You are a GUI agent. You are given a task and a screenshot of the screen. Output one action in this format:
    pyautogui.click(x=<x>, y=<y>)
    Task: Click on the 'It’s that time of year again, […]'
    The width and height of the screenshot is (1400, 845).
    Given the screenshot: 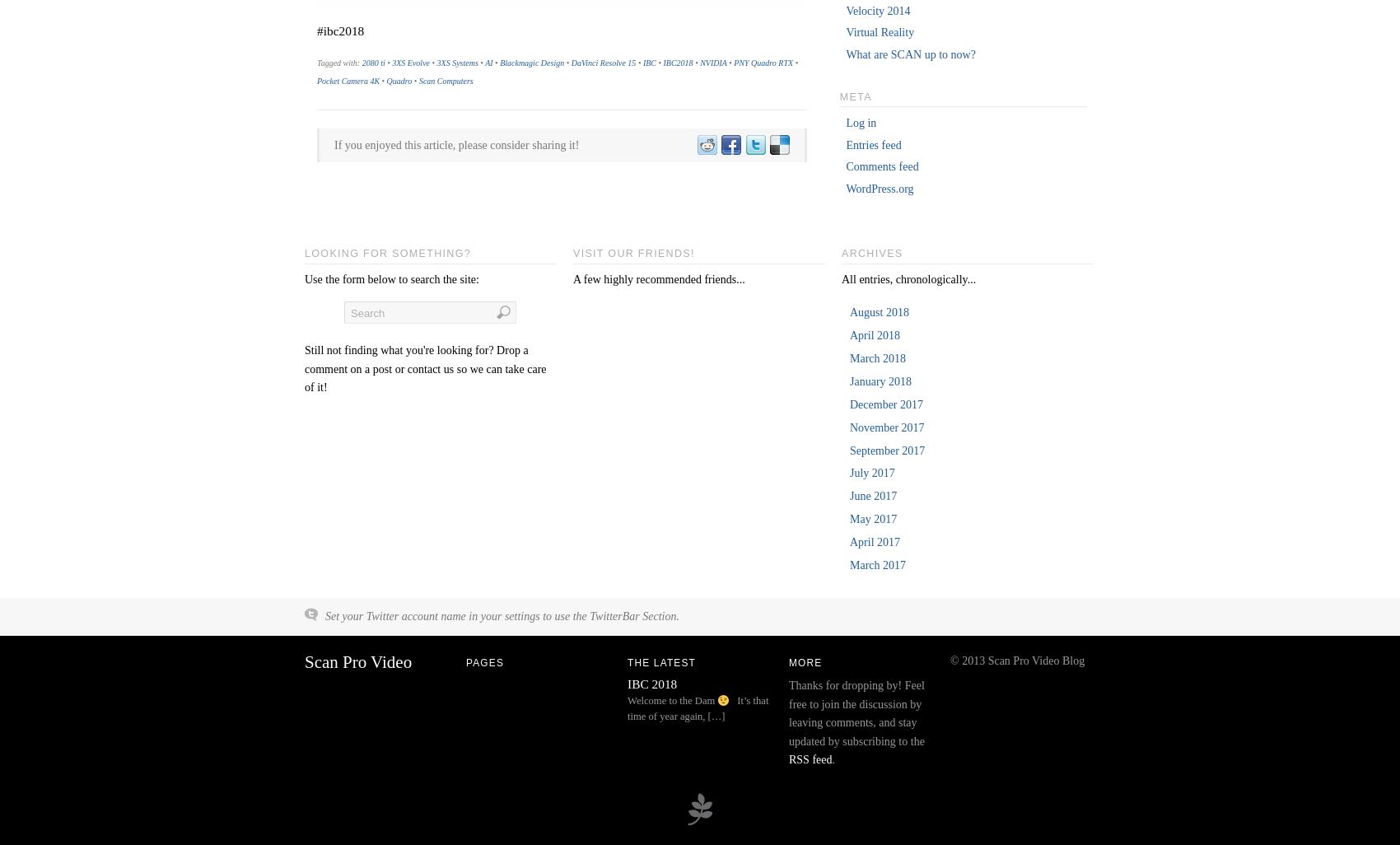 What is the action you would take?
    pyautogui.click(x=697, y=708)
    